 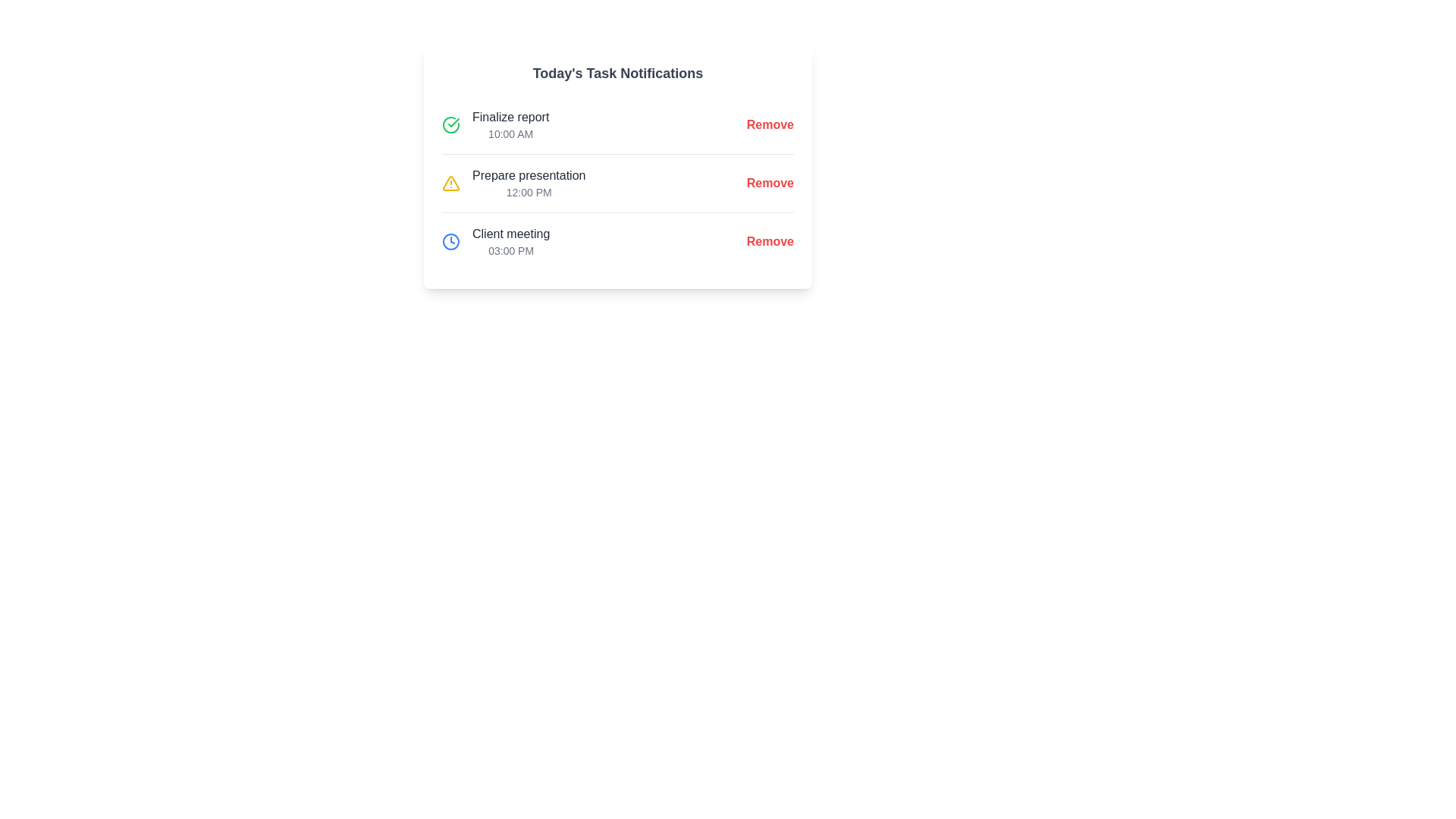 I want to click on the 'Remove' button associated with the task 'Client meeting' positioned in the bottommost row, so click(x=770, y=241).